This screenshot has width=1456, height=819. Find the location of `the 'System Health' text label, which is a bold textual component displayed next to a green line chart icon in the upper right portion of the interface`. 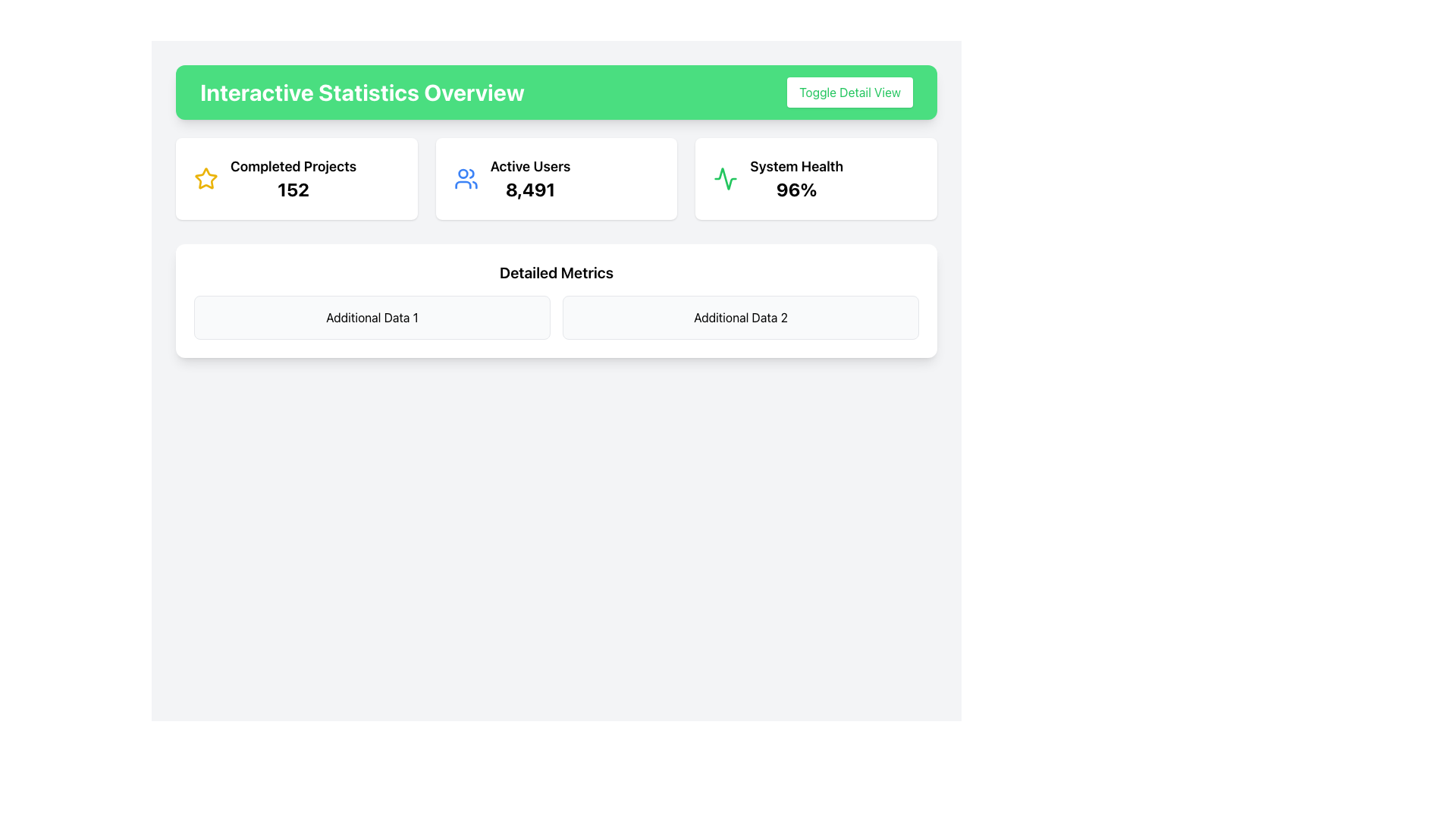

the 'System Health' text label, which is a bold textual component displayed next to a green line chart icon in the upper right portion of the interface is located at coordinates (795, 166).